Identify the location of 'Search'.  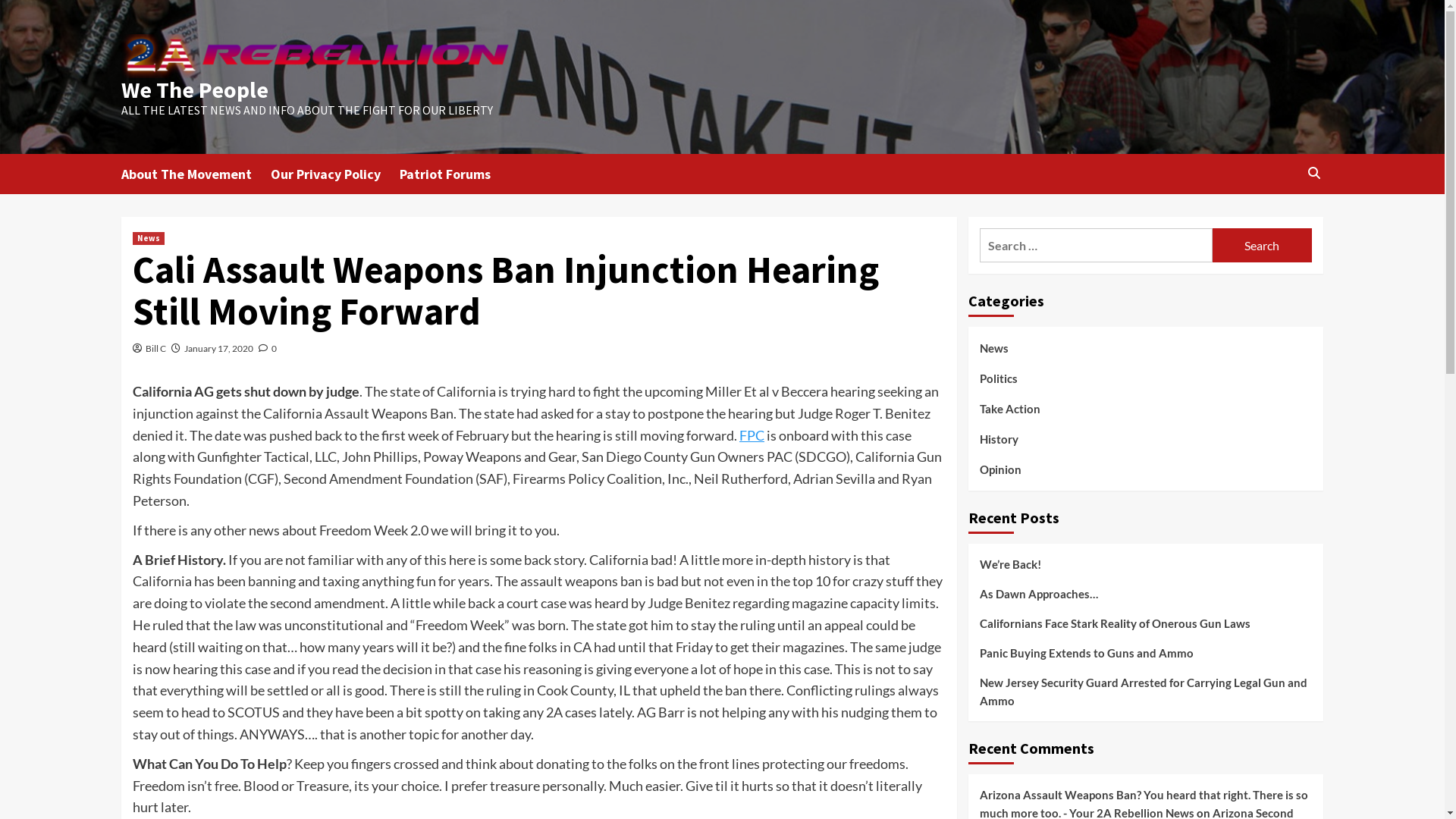
(1244, 220).